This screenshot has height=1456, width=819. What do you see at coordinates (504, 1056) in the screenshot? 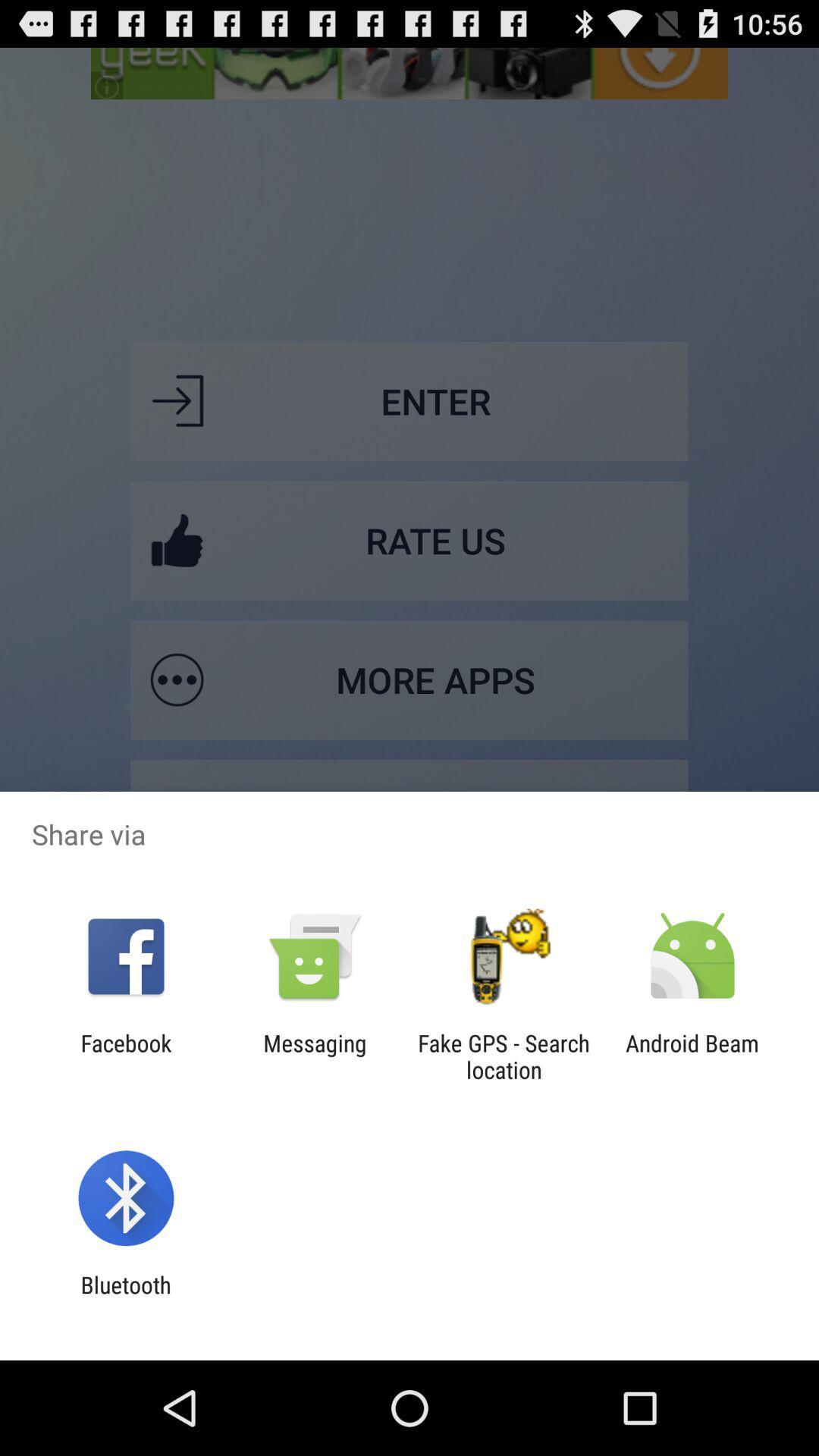
I see `item next to the android beam app` at bounding box center [504, 1056].